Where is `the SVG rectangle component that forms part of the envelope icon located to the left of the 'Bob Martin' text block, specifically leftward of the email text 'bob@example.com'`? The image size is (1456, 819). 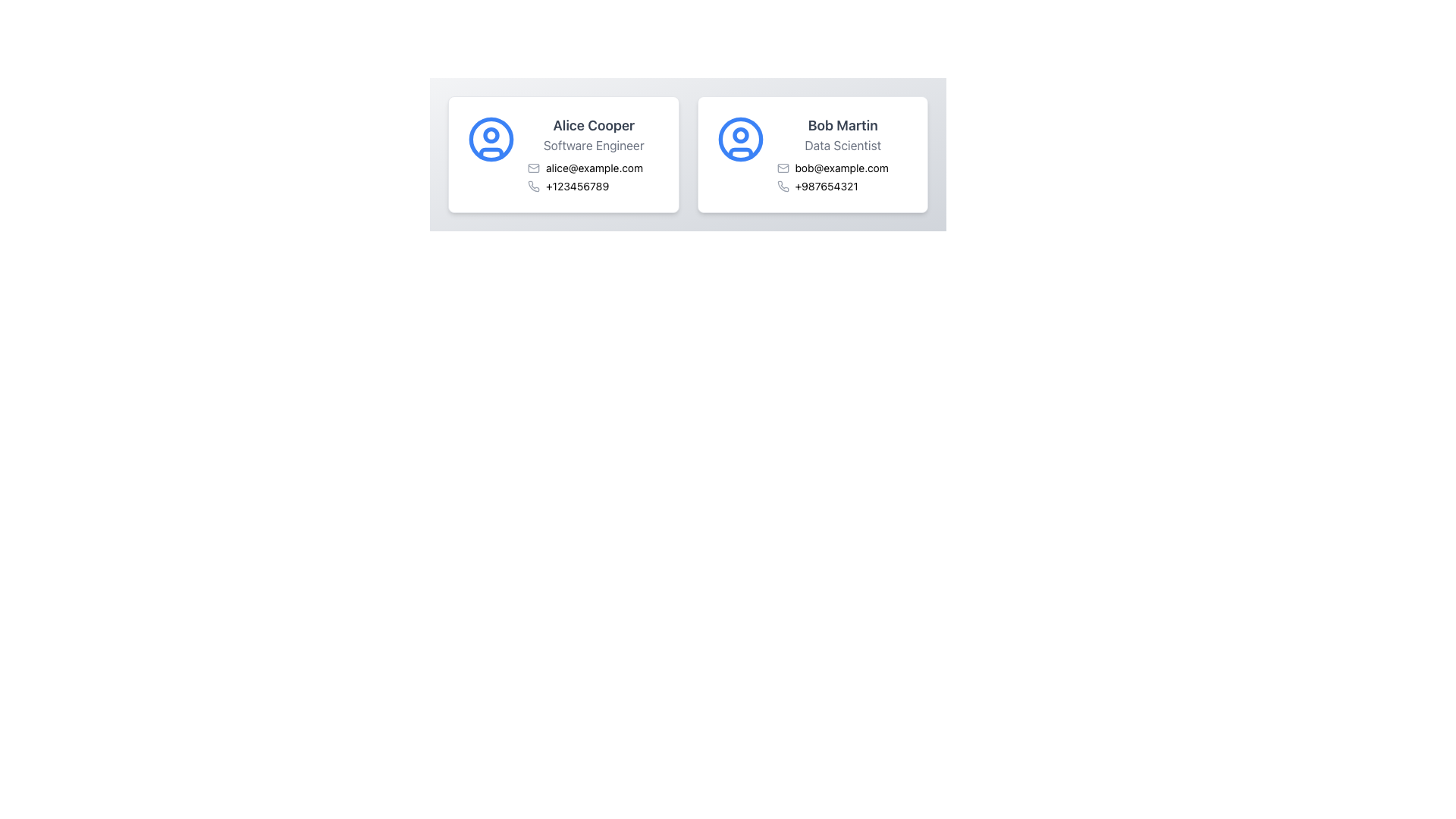
the SVG rectangle component that forms part of the envelope icon located to the left of the 'Bob Martin' text block, specifically leftward of the email text 'bob@example.com' is located at coordinates (783, 168).